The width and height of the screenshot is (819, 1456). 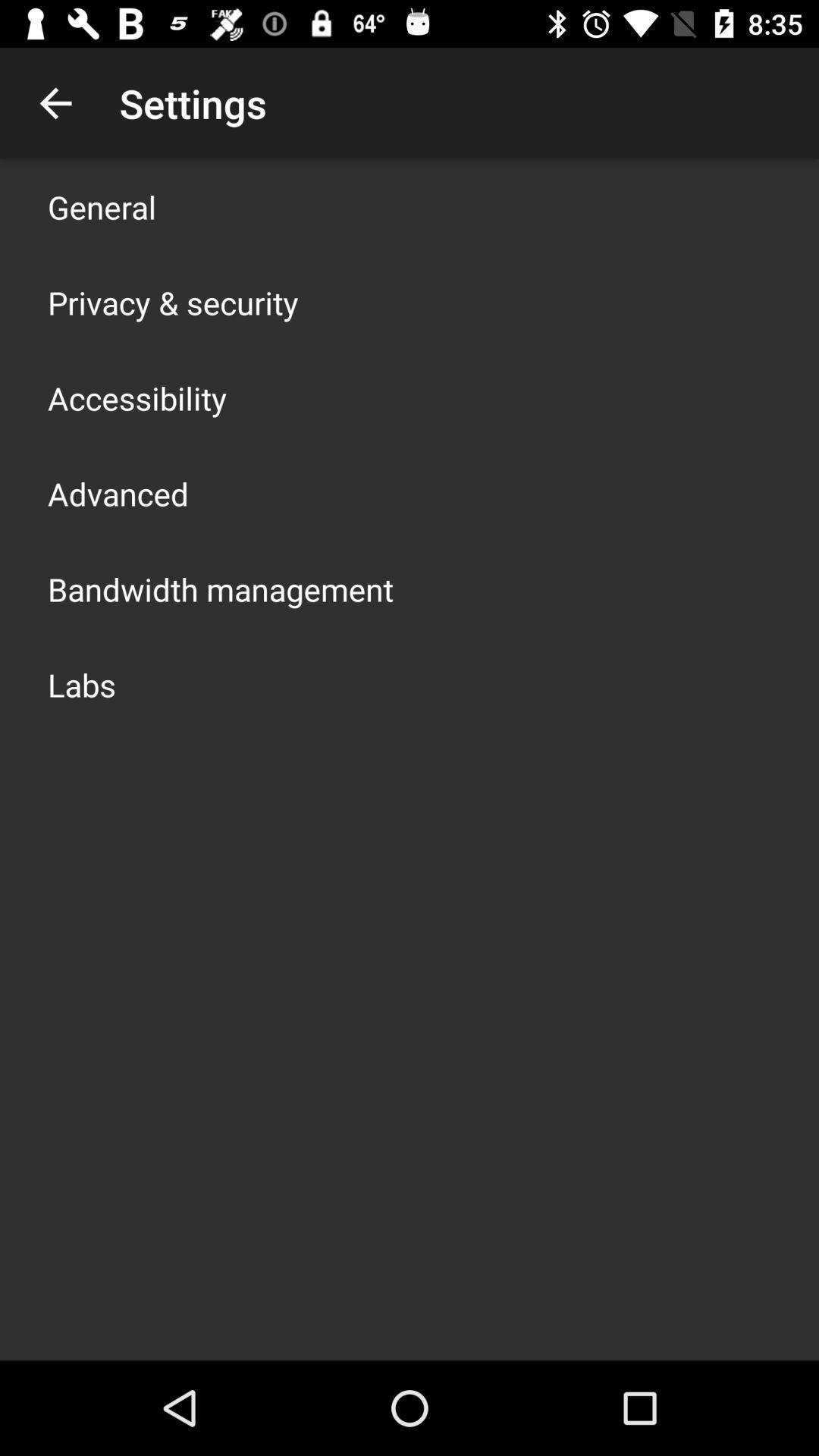 What do you see at coordinates (102, 206) in the screenshot?
I see `general item` at bounding box center [102, 206].